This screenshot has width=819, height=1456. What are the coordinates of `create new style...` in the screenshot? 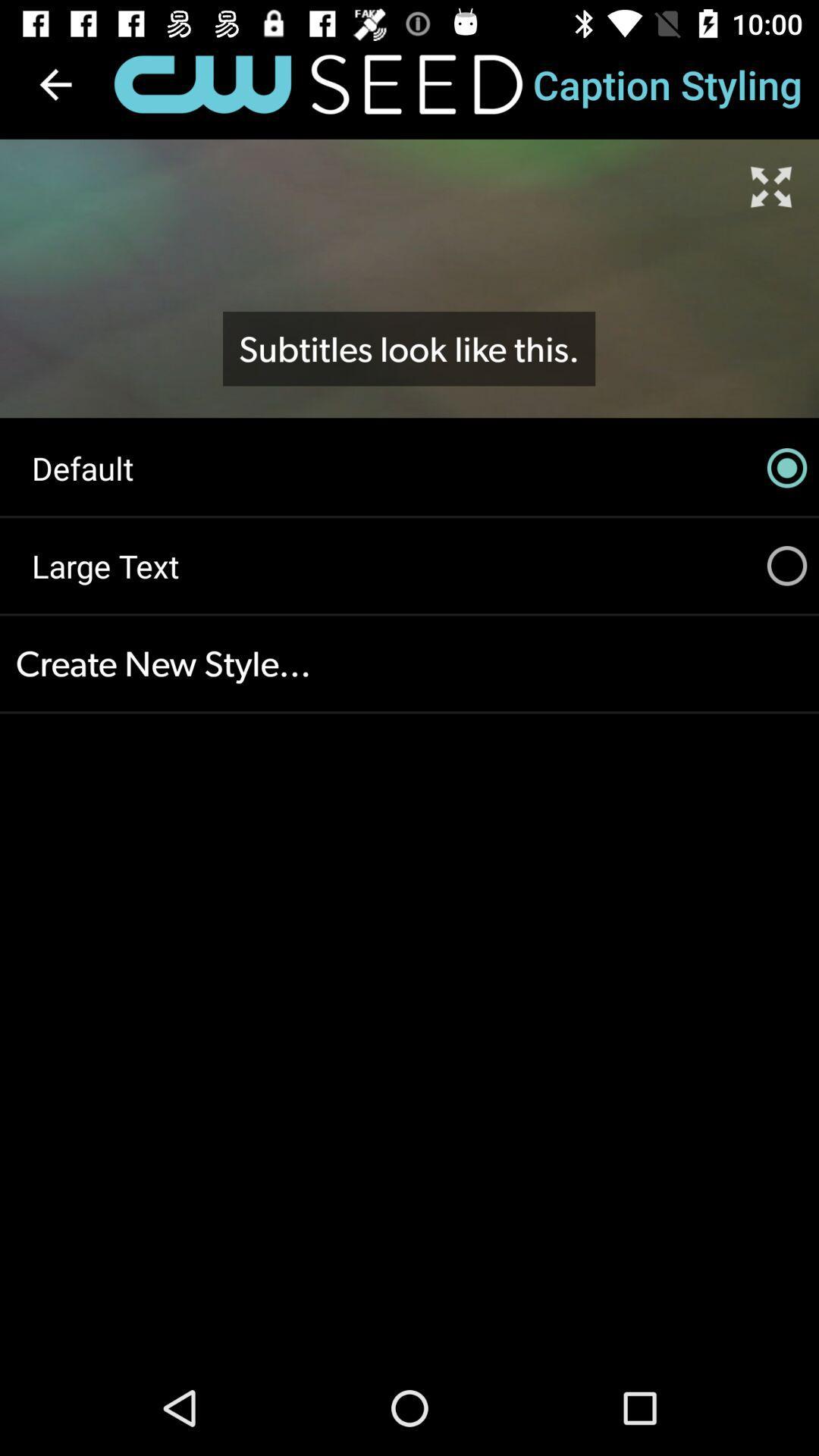 It's located at (409, 664).